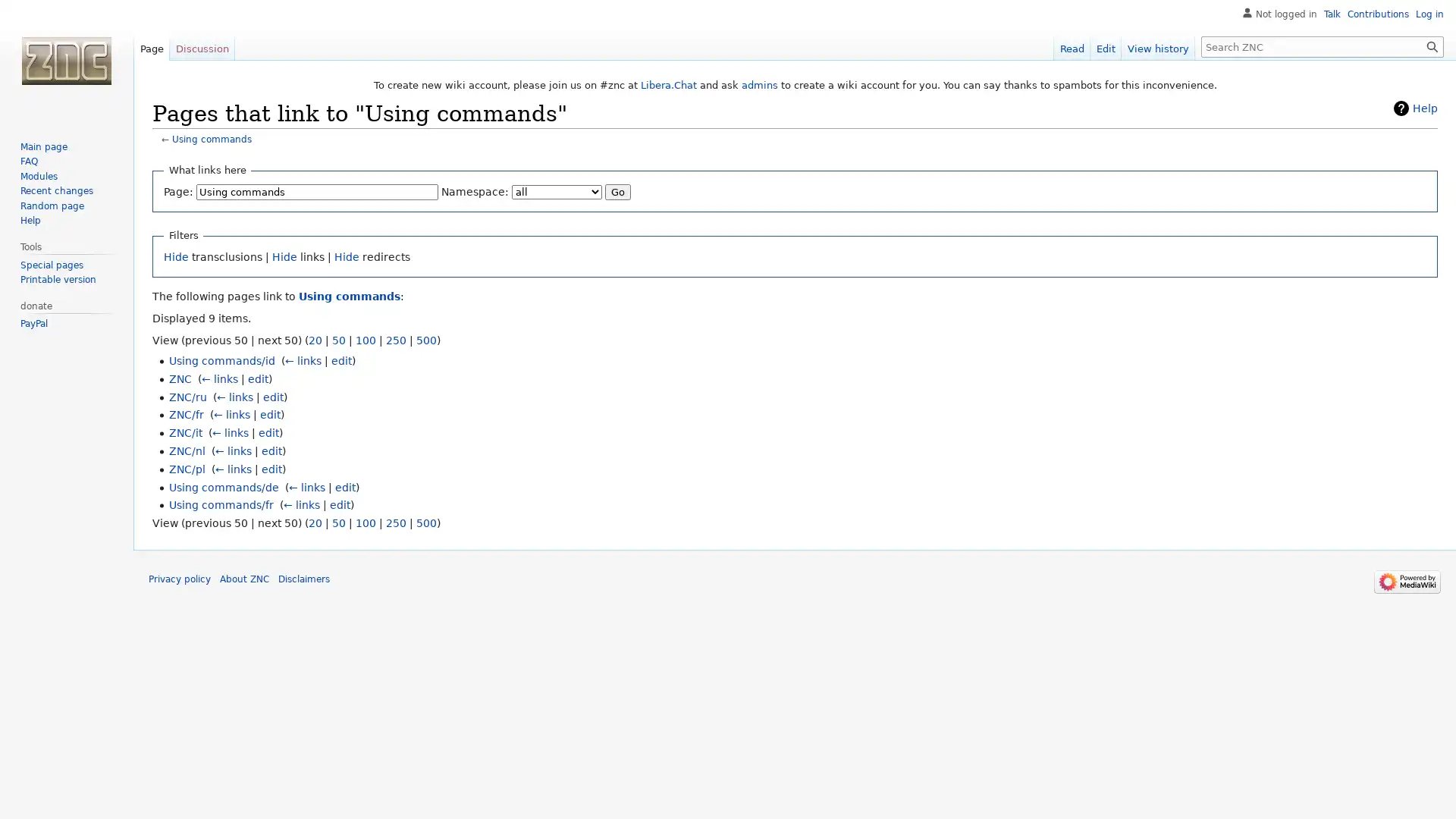  Describe the element at coordinates (1432, 45) in the screenshot. I see `Go` at that location.